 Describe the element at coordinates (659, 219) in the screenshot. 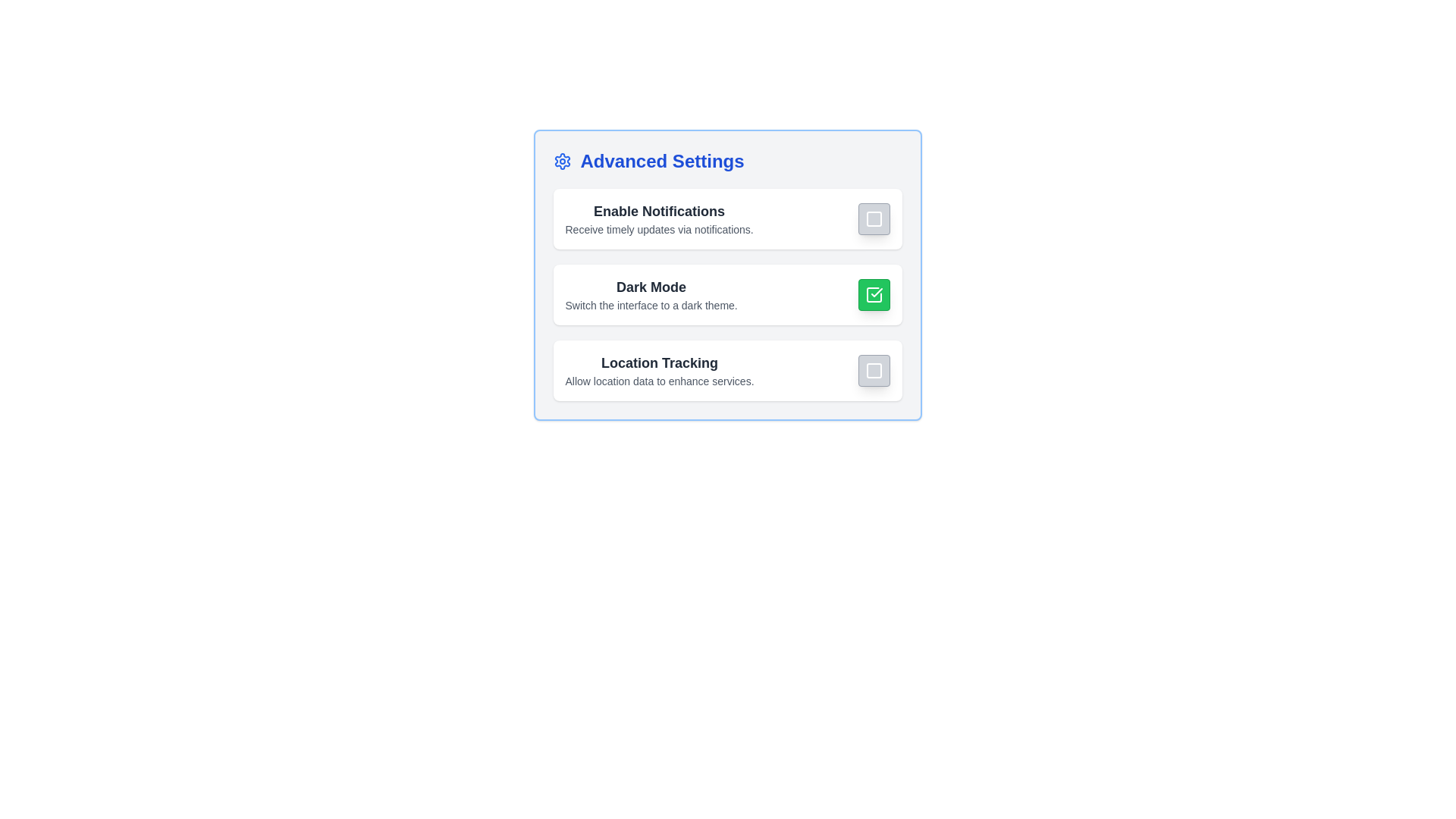

I see `the informational text component displaying 'Enable Notifications' and its subtext 'Receive timely updates via notifications.'` at that location.